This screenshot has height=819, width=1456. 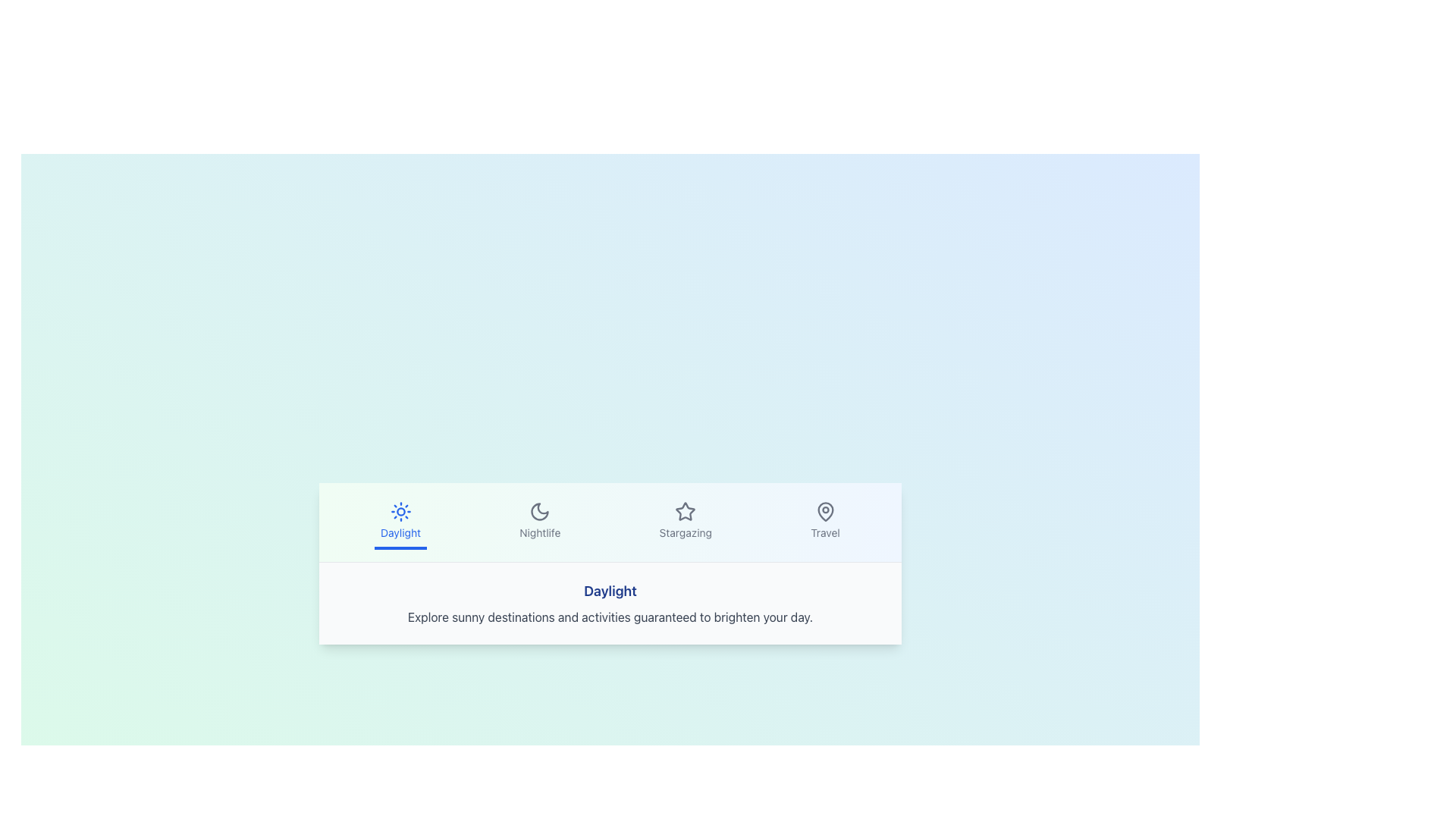 I want to click on the 'Travel' button, which is the last button in a horizontally arranged list and features a map pin icon followed by the label 'Travel', so click(x=824, y=521).